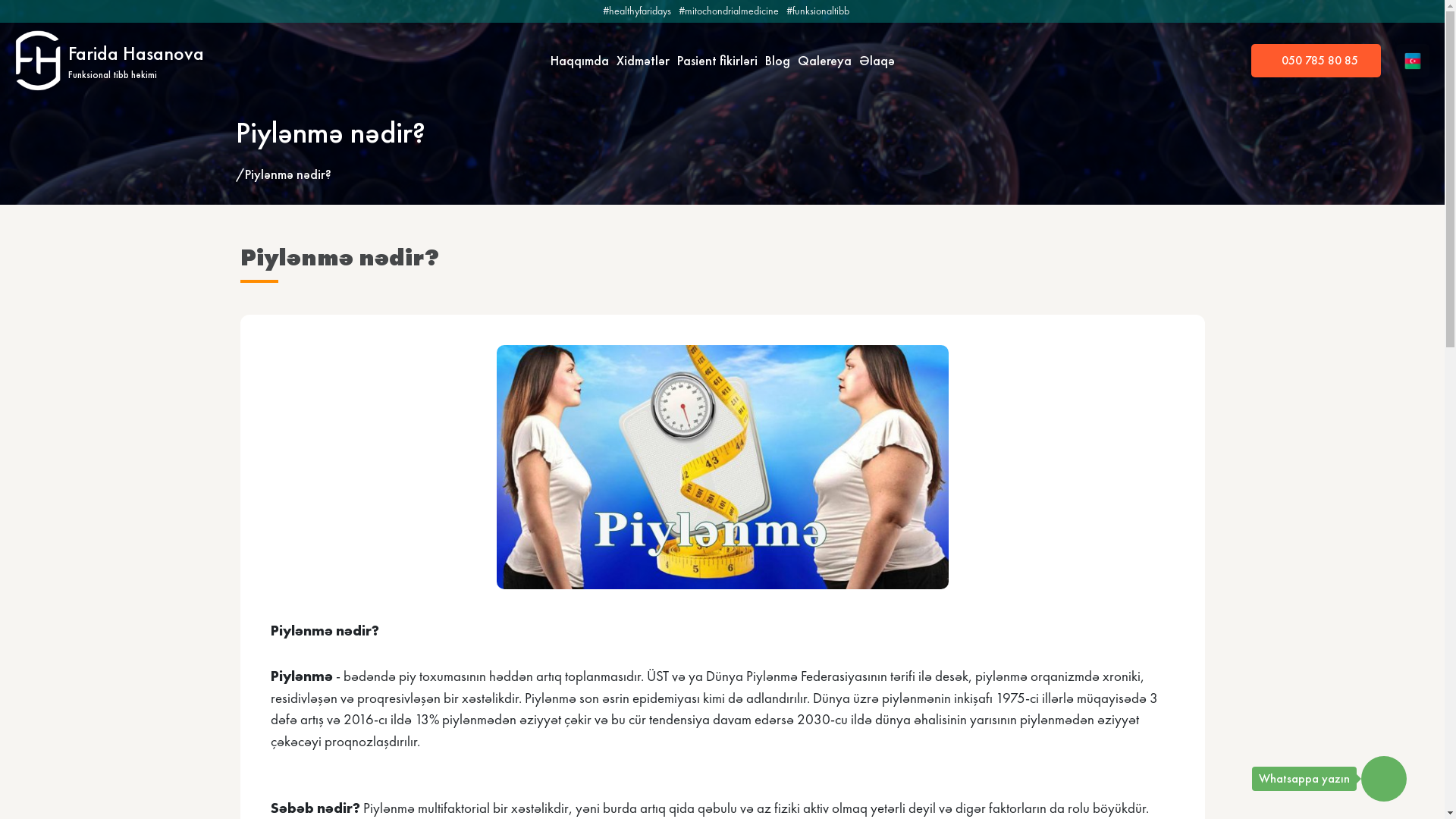 This screenshot has height=819, width=1456. What do you see at coordinates (239, 172) in the screenshot?
I see `'/'` at bounding box center [239, 172].